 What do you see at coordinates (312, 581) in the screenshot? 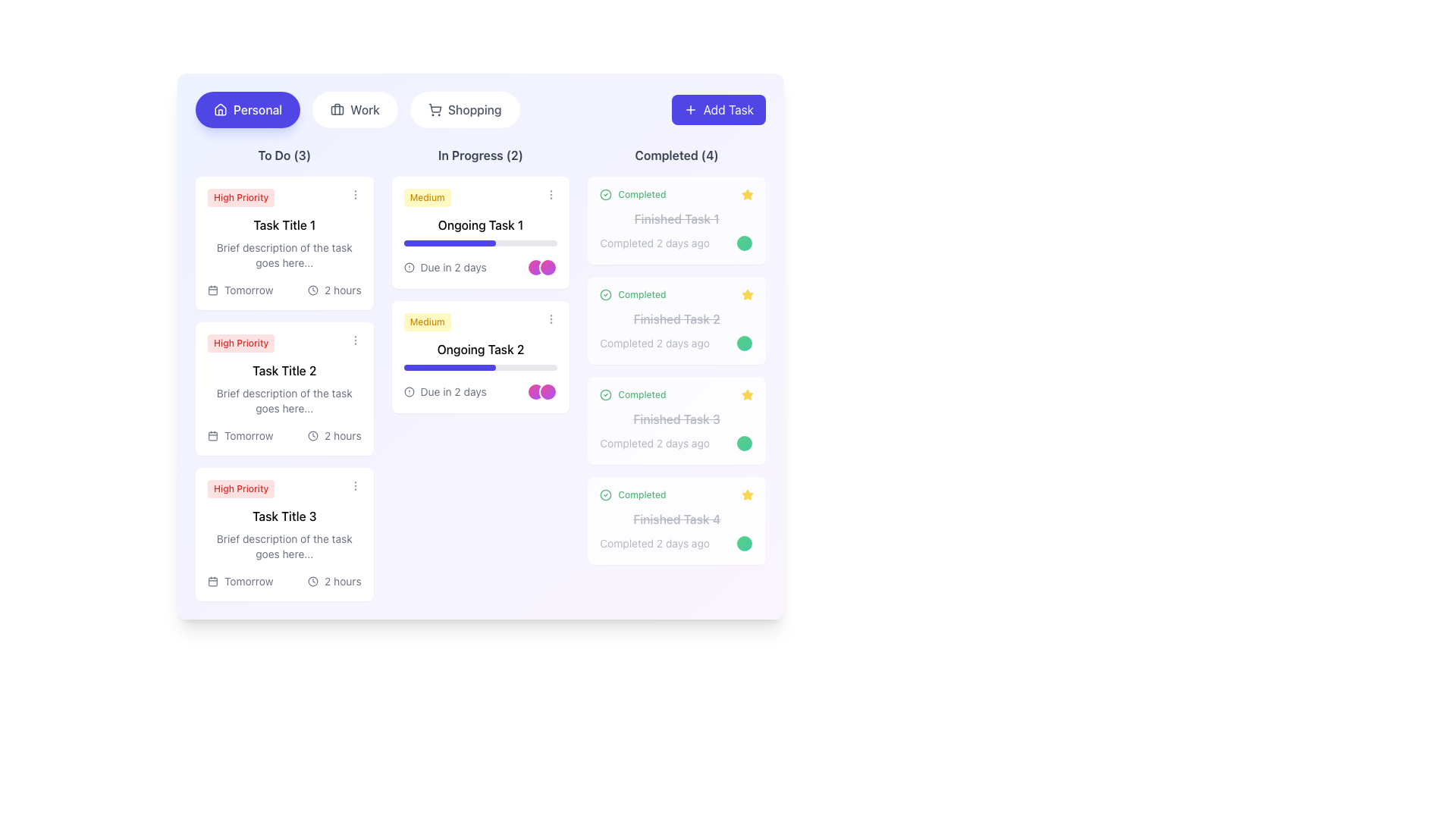
I see `the icon representing the time duration associated with a task, located to the left of the '2 hours' label in the 'To Do' section of the application interface` at bounding box center [312, 581].